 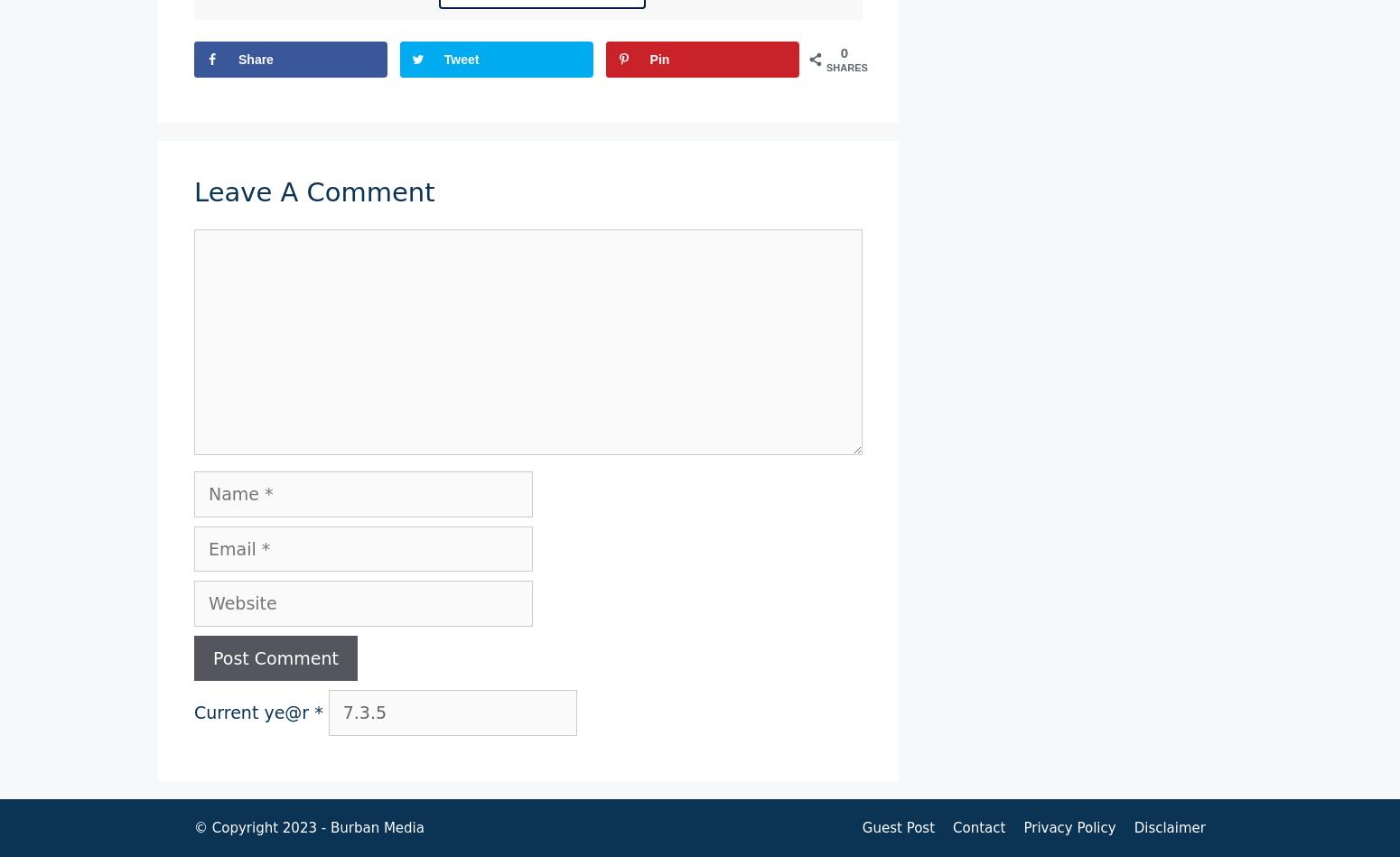 What do you see at coordinates (1133, 825) in the screenshot?
I see `'Disclaimer'` at bounding box center [1133, 825].